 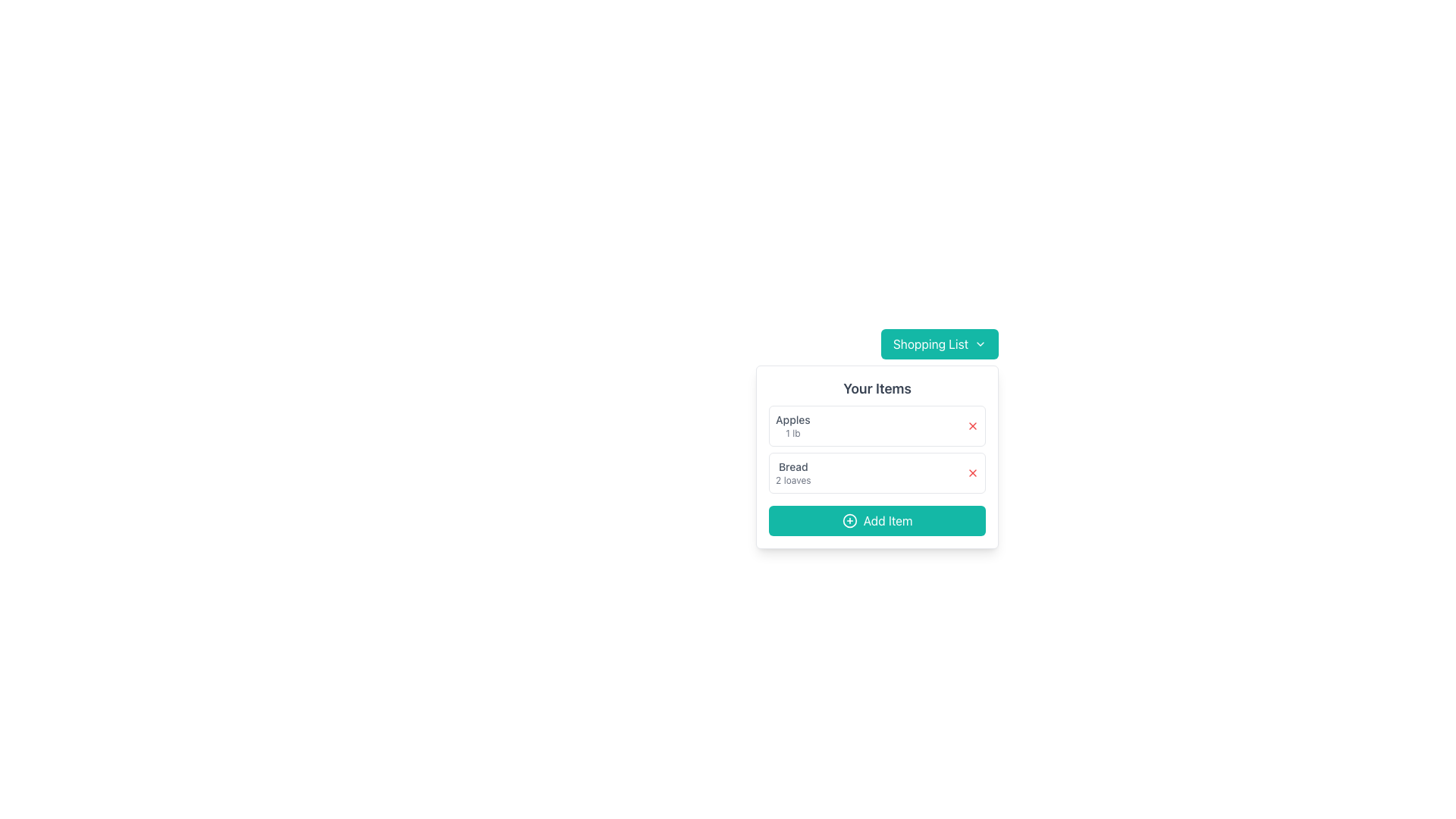 What do you see at coordinates (792, 466) in the screenshot?
I see `the Text Label that indicates the type of the shopping list item, displaying 'Bread2 loaves', which is positioned above the '2 loaves' text within the shopping list interface` at bounding box center [792, 466].